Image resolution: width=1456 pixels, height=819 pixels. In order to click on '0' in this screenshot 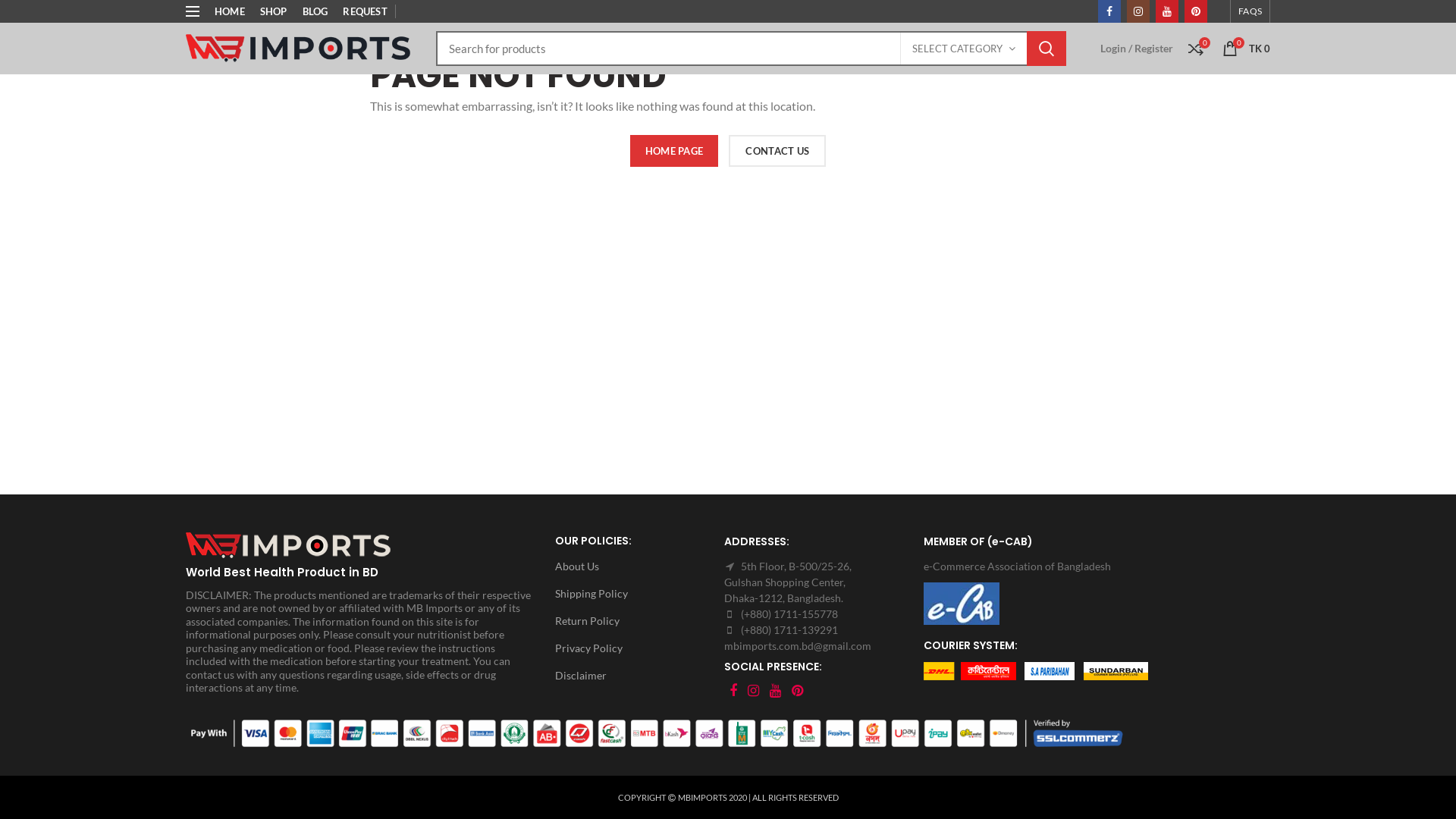, I will do `click(1195, 48)`.